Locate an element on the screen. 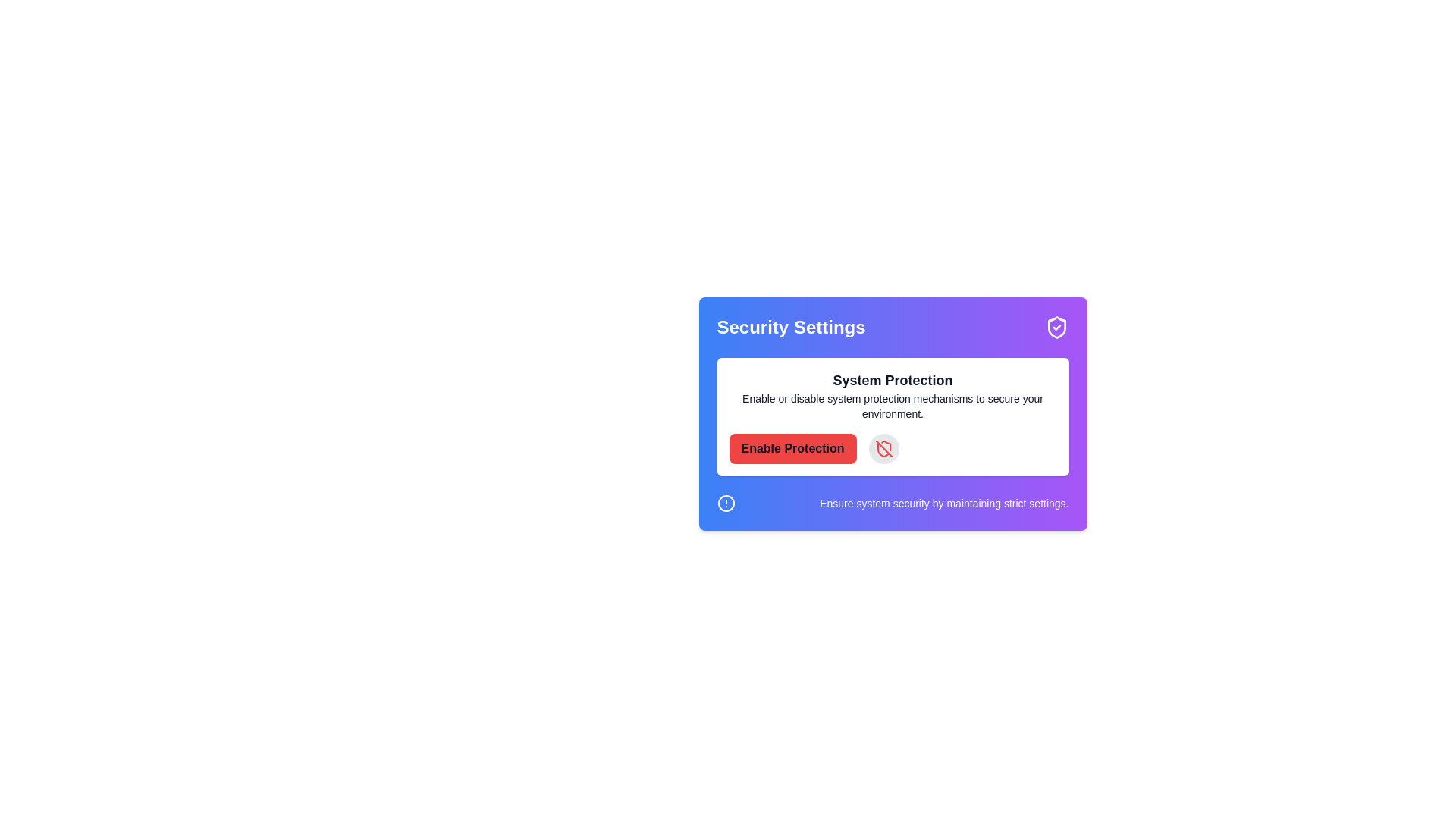  the bold, dark text label reading 'System Protection' at the top of the 'Security Settings' card, which is displayed prominently on a white panel is located at coordinates (893, 379).